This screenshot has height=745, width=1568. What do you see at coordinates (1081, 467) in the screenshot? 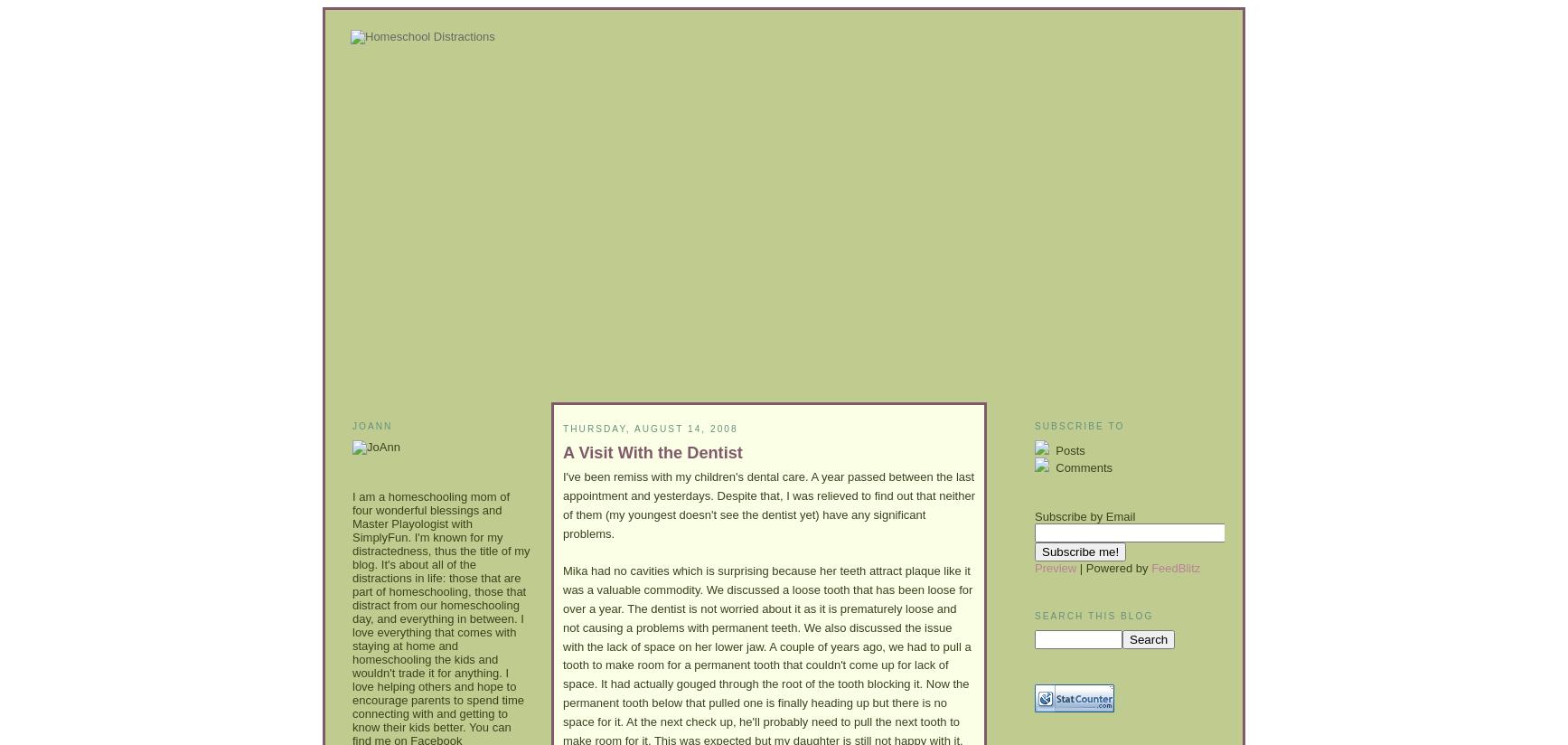
I see `'Comments'` at bounding box center [1081, 467].